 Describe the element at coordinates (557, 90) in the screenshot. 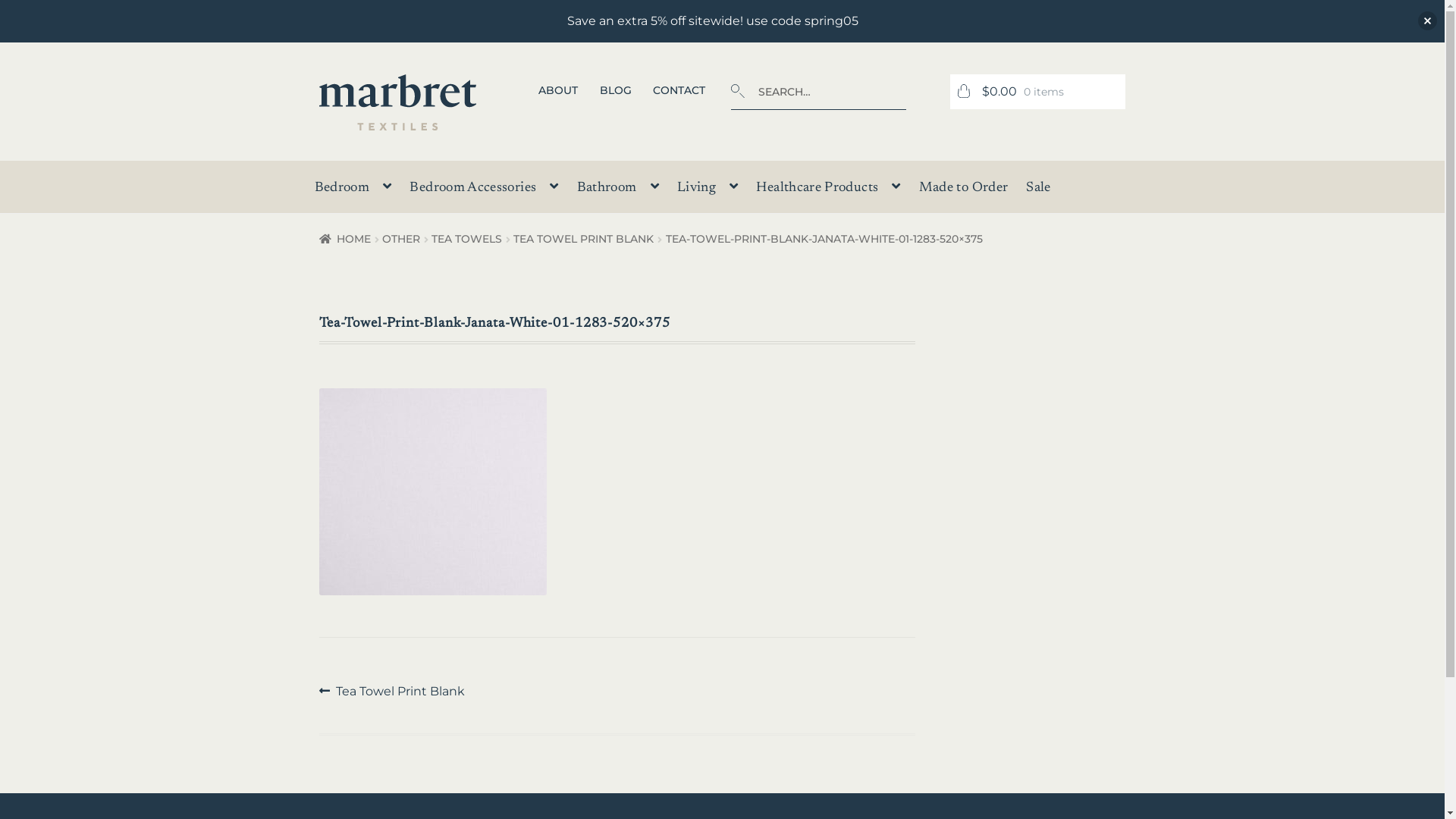

I see `'ABOUT'` at that location.